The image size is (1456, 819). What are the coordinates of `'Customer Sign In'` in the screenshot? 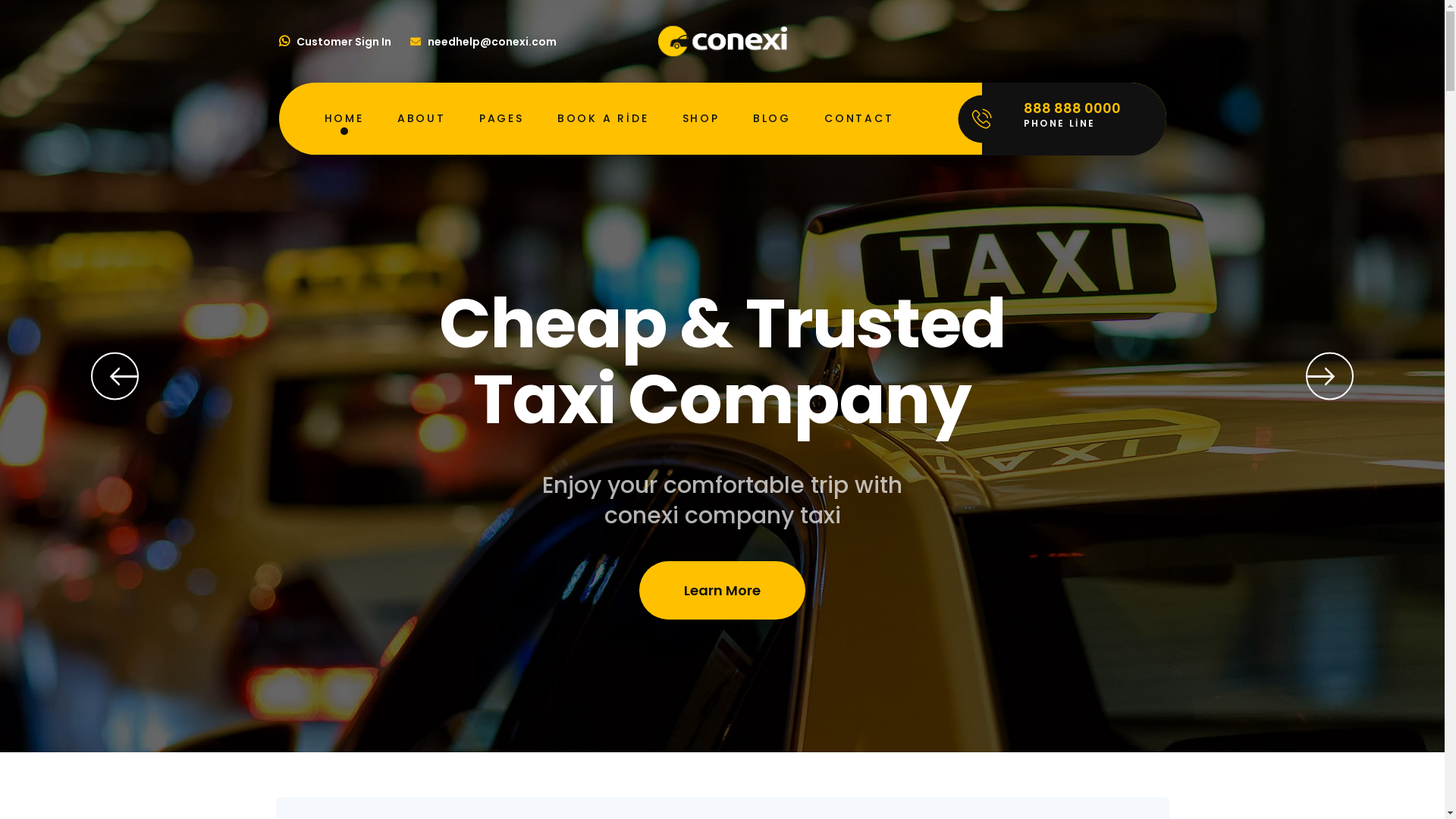 It's located at (279, 40).